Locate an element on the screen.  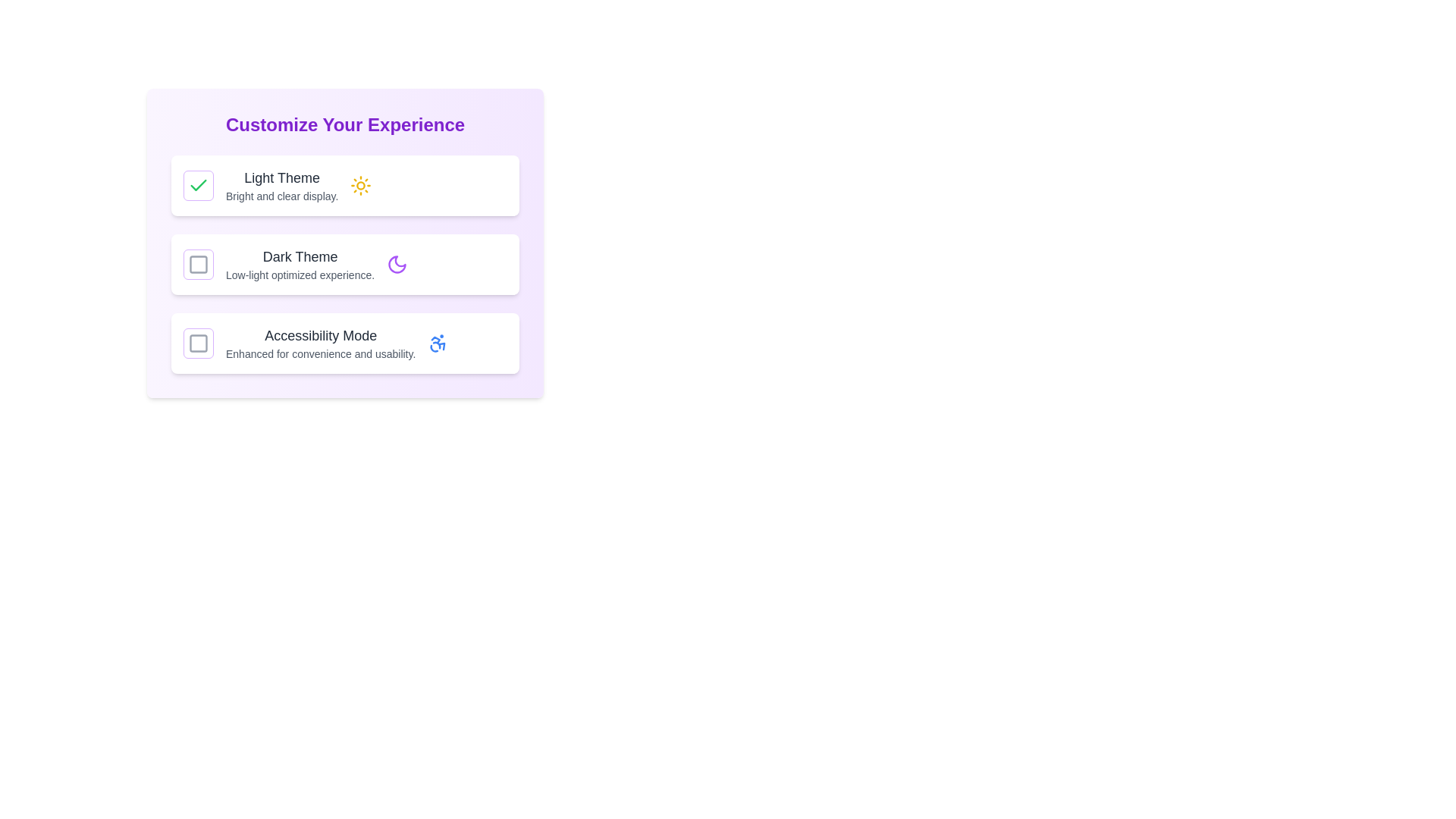
the static descriptive text located beneath the 'Dark Theme' title in the 'Customize Your Experience' interface is located at coordinates (300, 275).